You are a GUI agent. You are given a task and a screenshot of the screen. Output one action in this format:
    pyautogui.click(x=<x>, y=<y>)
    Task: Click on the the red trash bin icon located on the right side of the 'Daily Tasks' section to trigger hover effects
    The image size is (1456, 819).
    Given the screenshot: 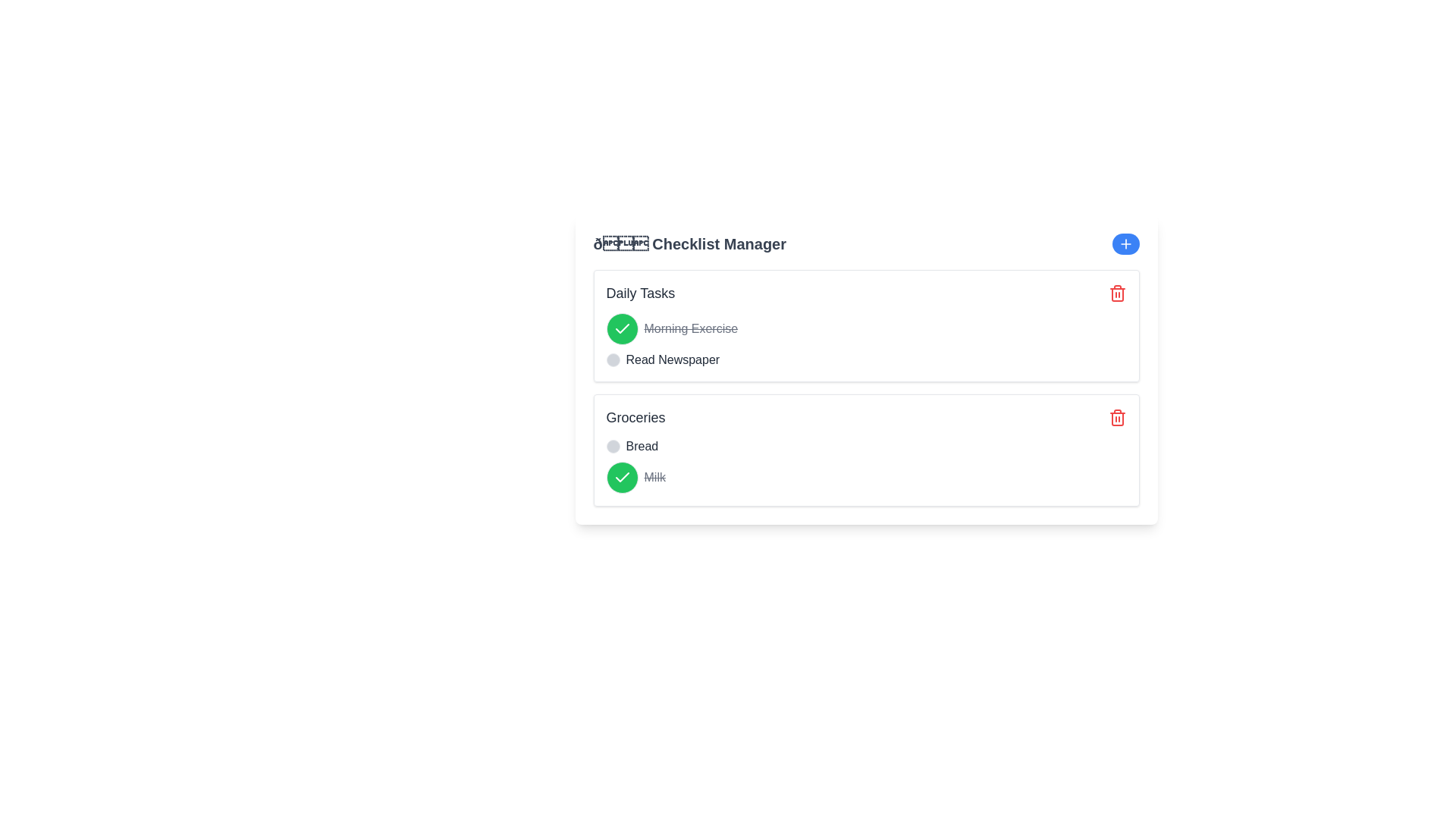 What is the action you would take?
    pyautogui.click(x=1117, y=293)
    